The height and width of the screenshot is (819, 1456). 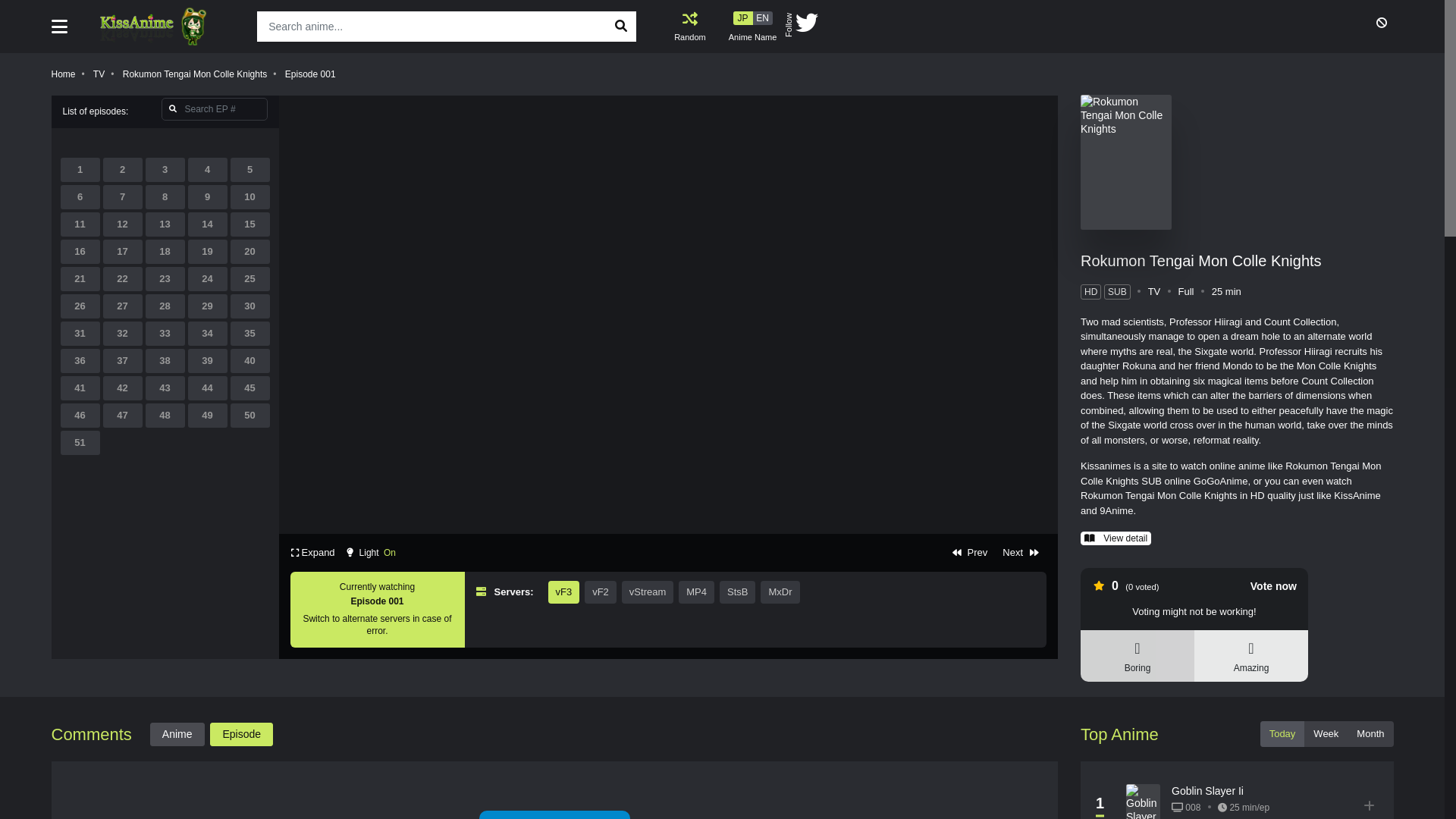 What do you see at coordinates (123, 360) in the screenshot?
I see `'37'` at bounding box center [123, 360].